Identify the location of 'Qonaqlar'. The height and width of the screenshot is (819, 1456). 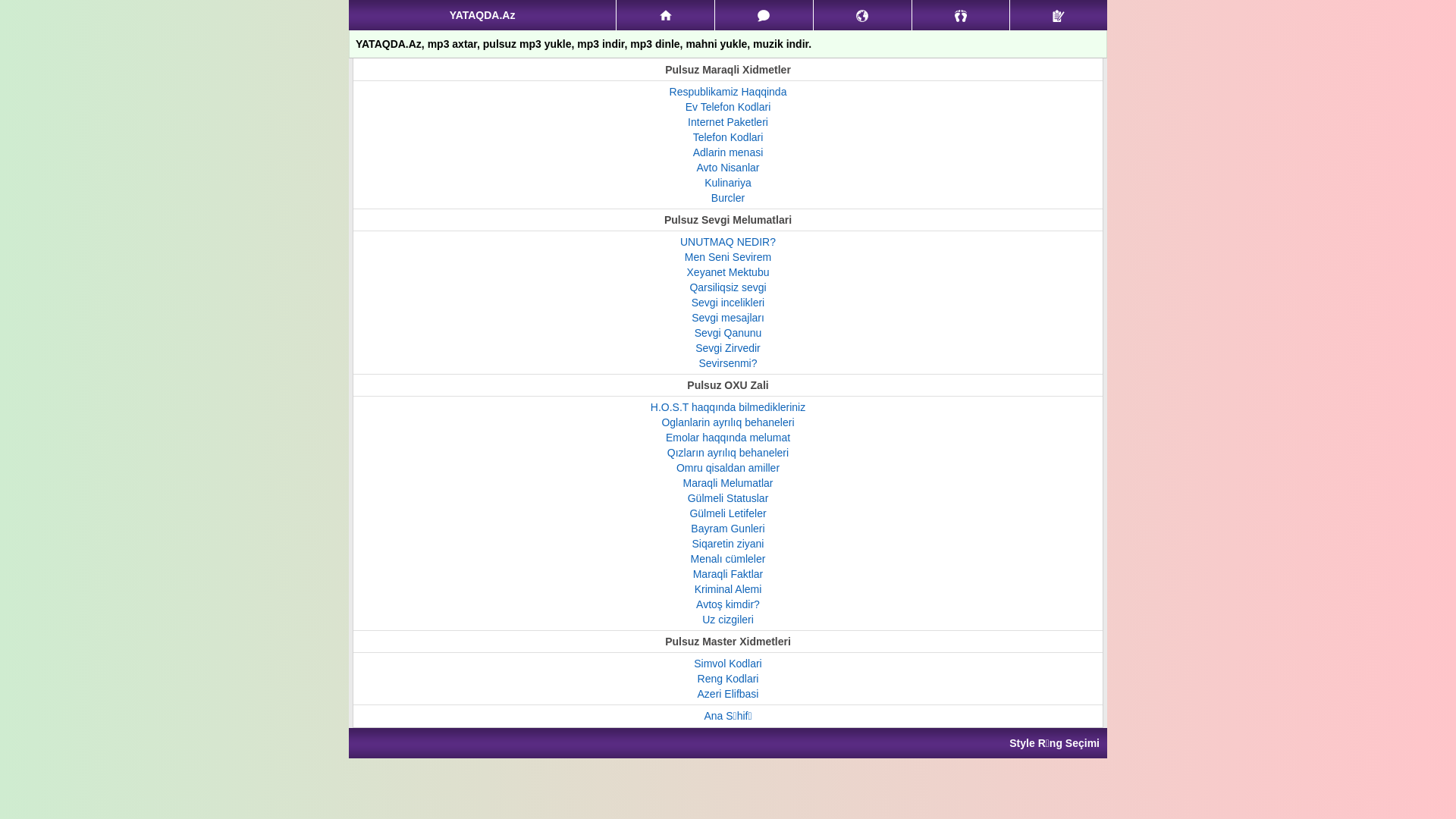
(912, 14).